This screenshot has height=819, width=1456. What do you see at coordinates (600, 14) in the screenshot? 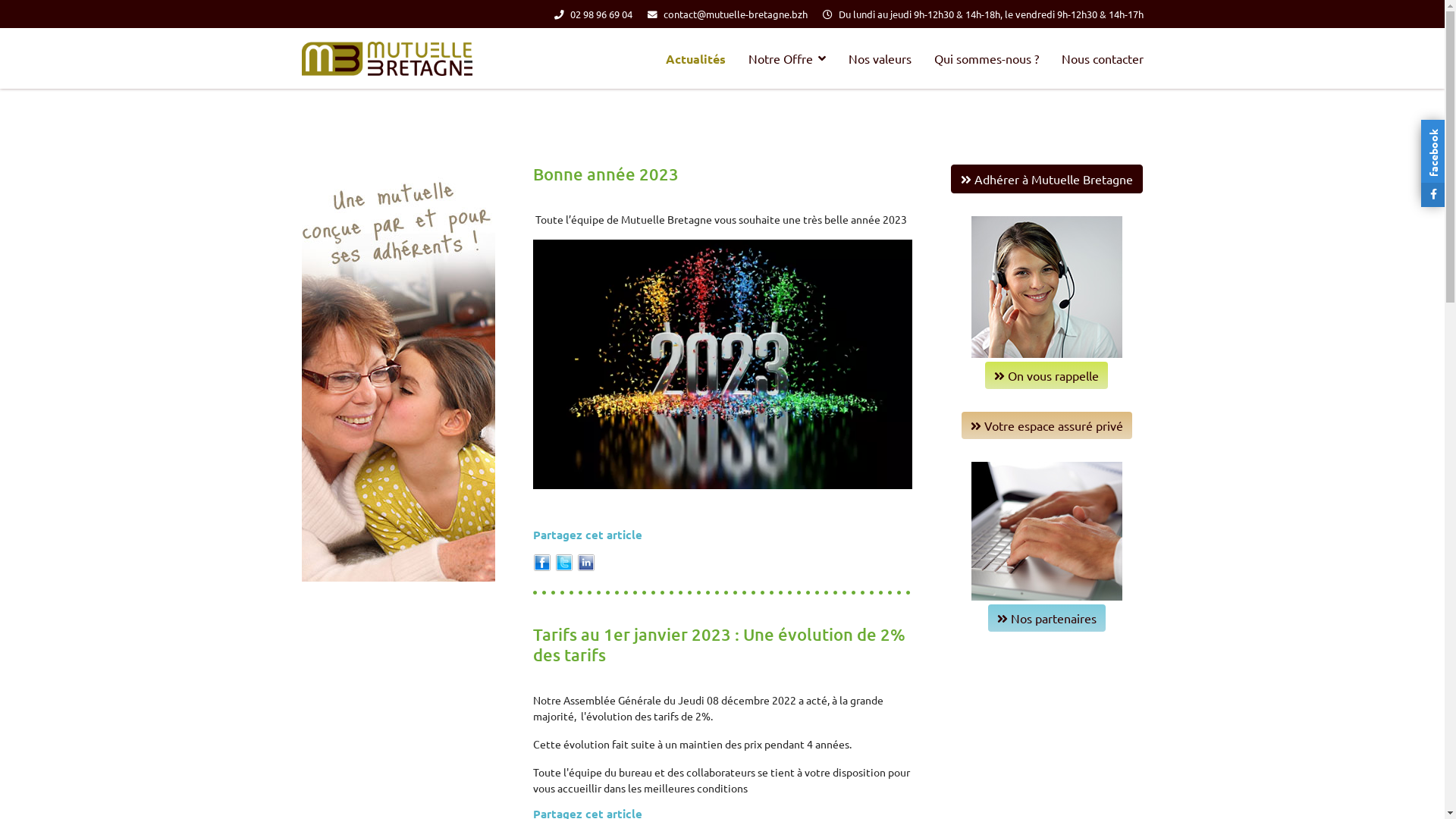
I see `'02 98 96 69 04'` at bounding box center [600, 14].